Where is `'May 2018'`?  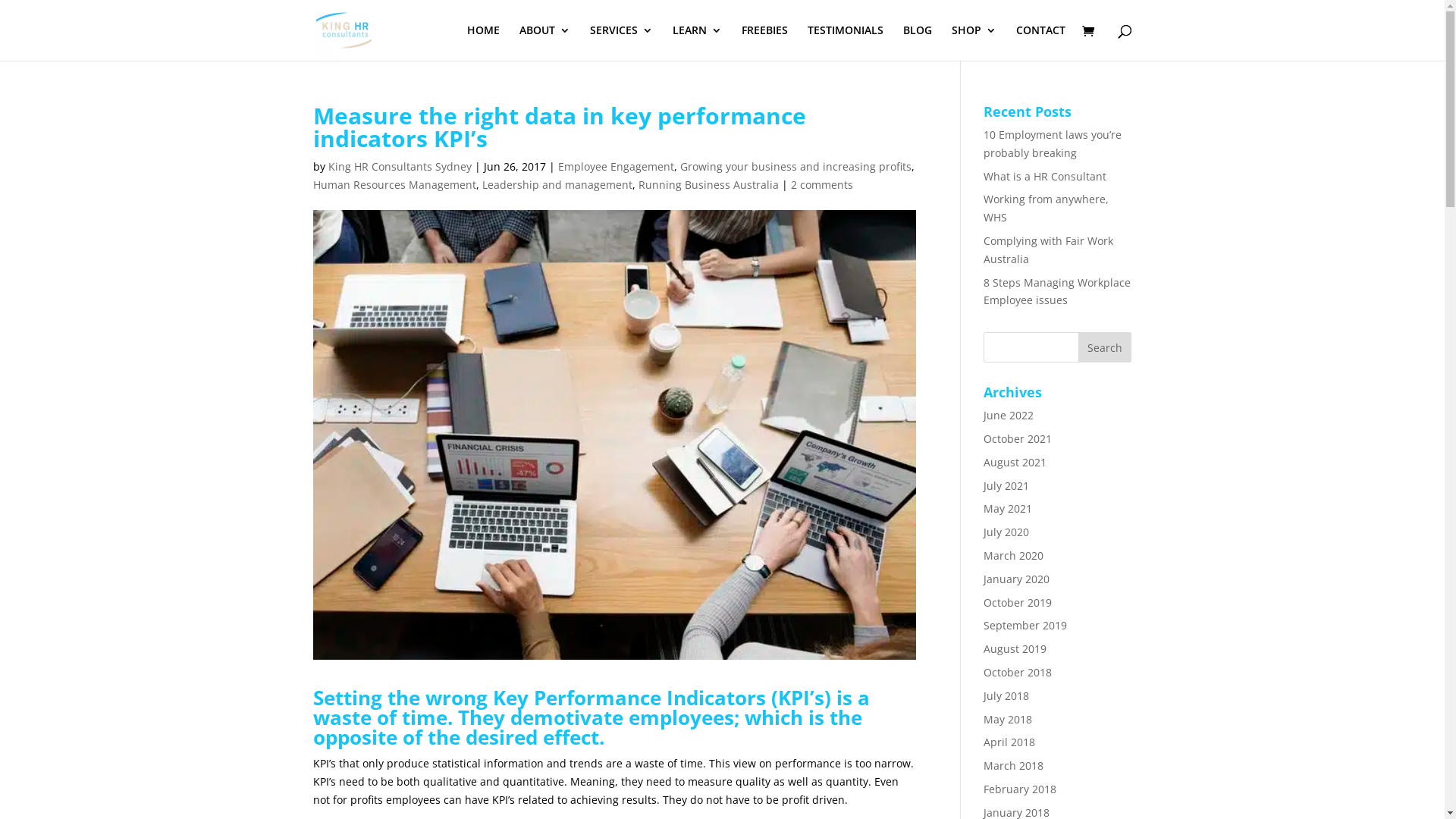 'May 2018' is located at coordinates (1008, 718).